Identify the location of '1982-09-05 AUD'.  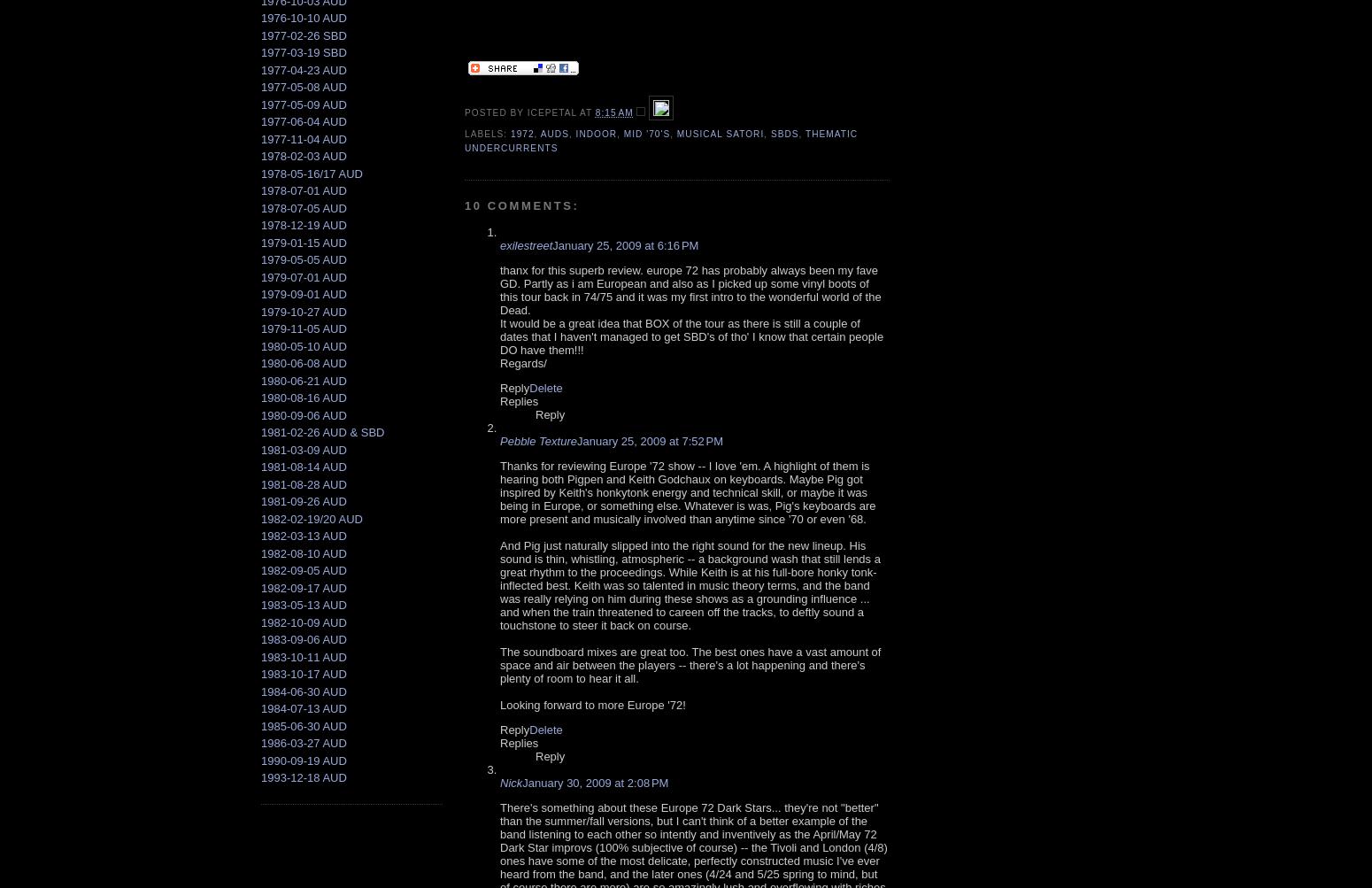
(260, 570).